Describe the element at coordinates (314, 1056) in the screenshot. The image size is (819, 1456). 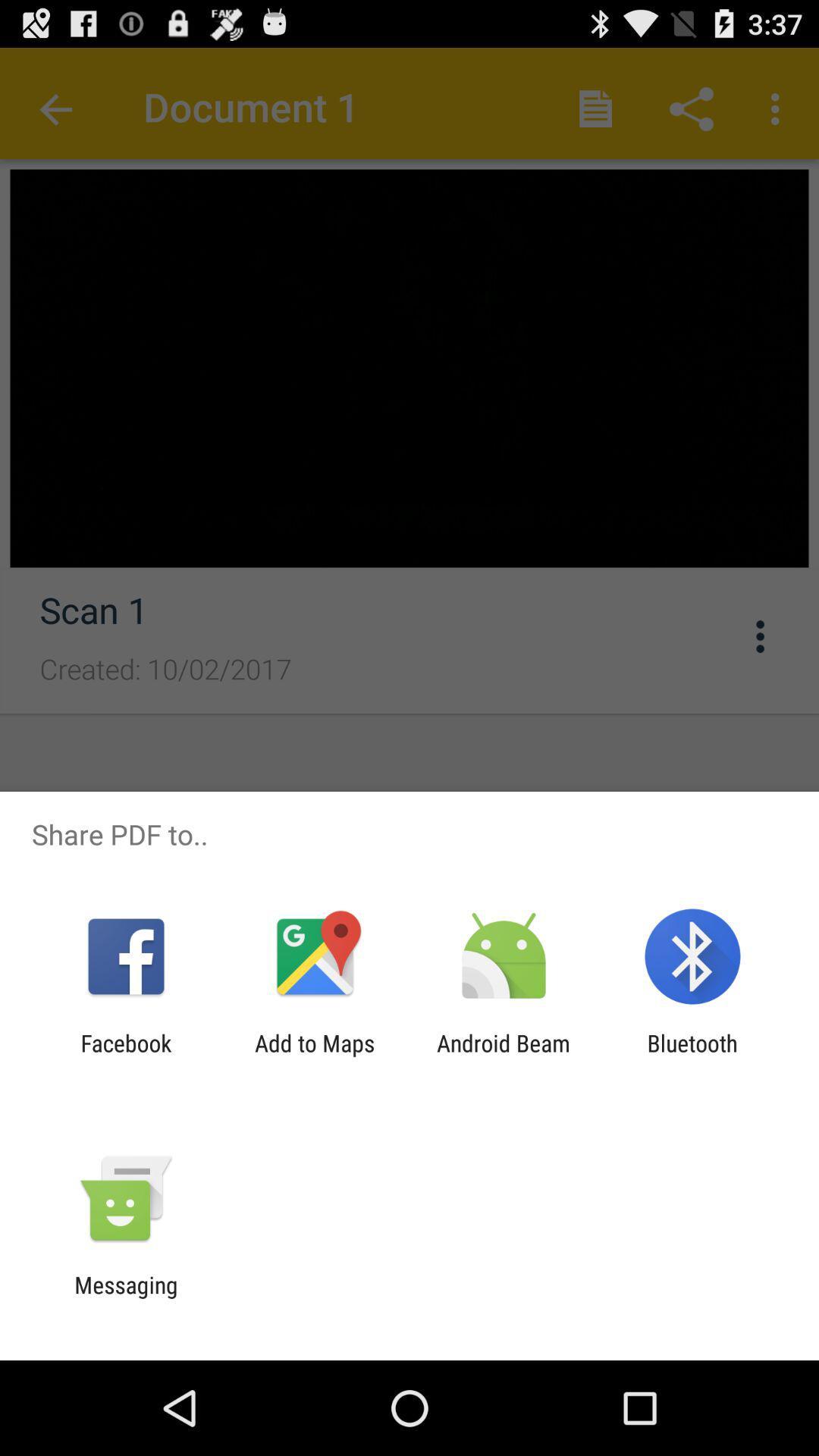
I see `the item next to facebook app` at that location.